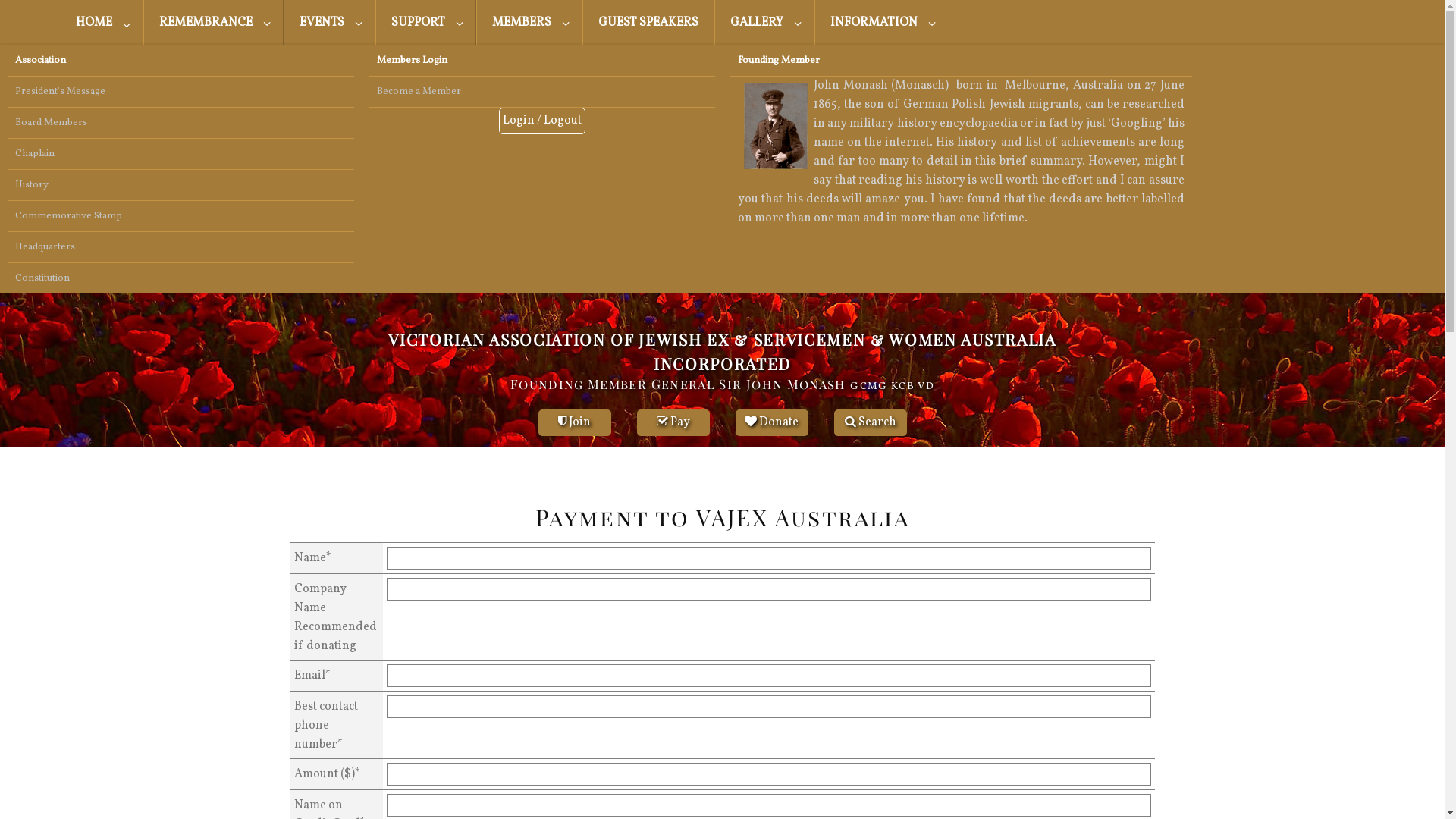 Image resolution: width=1456 pixels, height=819 pixels. Describe the element at coordinates (673, 422) in the screenshot. I see `'Pay'` at that location.